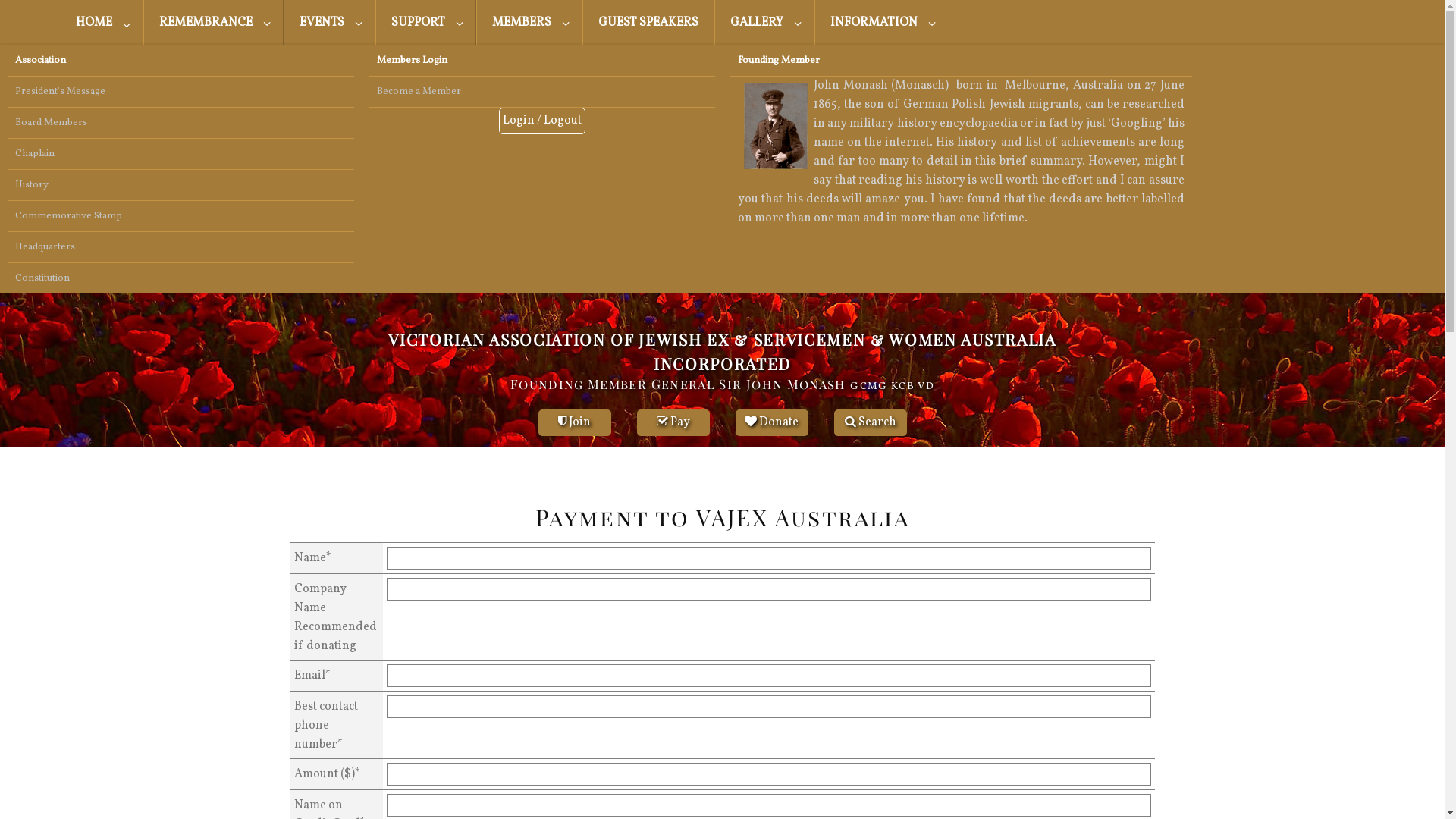 Image resolution: width=1456 pixels, height=819 pixels. Describe the element at coordinates (673, 422) in the screenshot. I see `'Pay'` at that location.